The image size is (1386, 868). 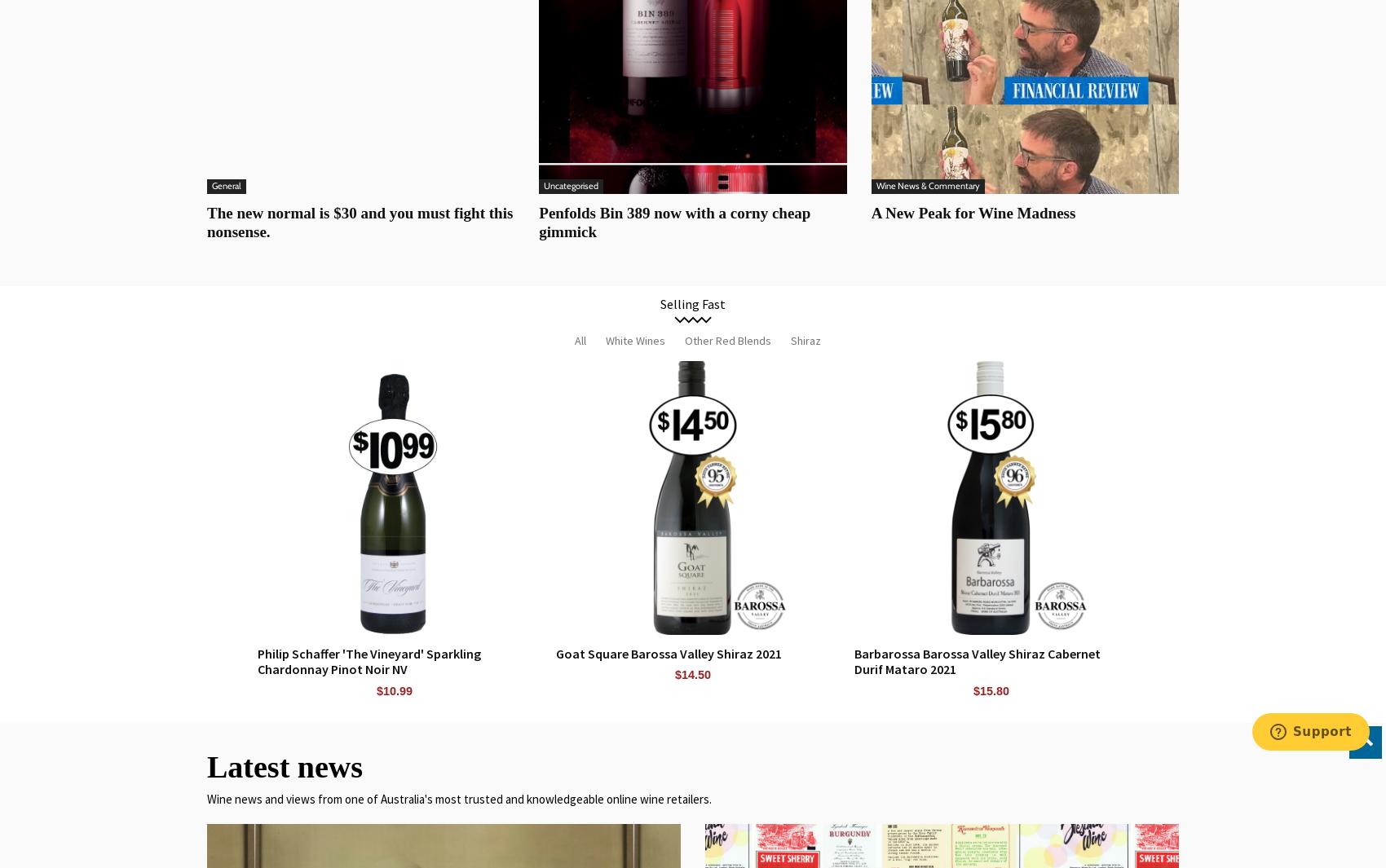 What do you see at coordinates (696, 675) in the screenshot?
I see `'14.50'` at bounding box center [696, 675].